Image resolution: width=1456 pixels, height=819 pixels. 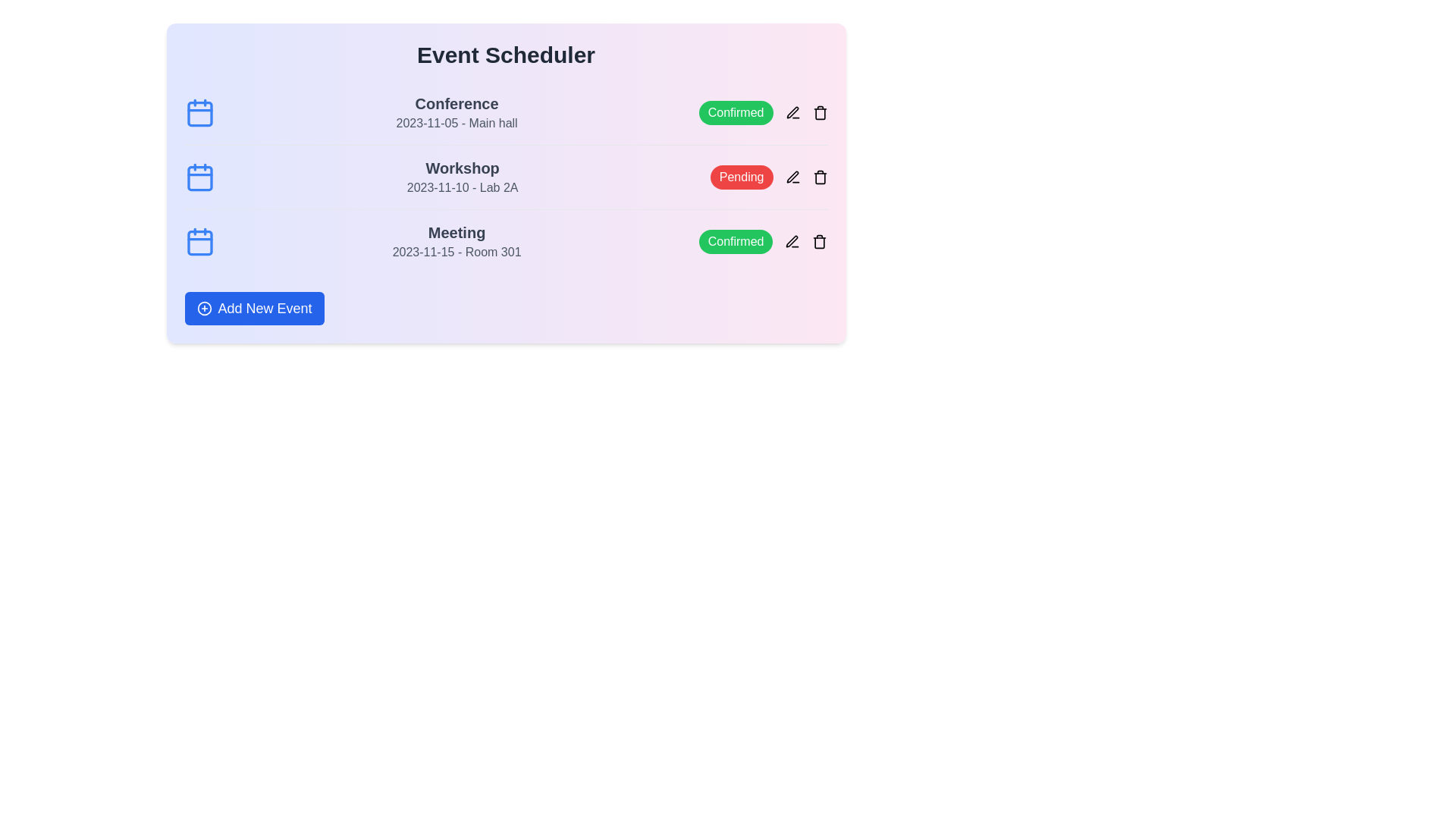 What do you see at coordinates (819, 241) in the screenshot?
I see `the trash can icon button located to the right of the 'Meeting' event row` at bounding box center [819, 241].